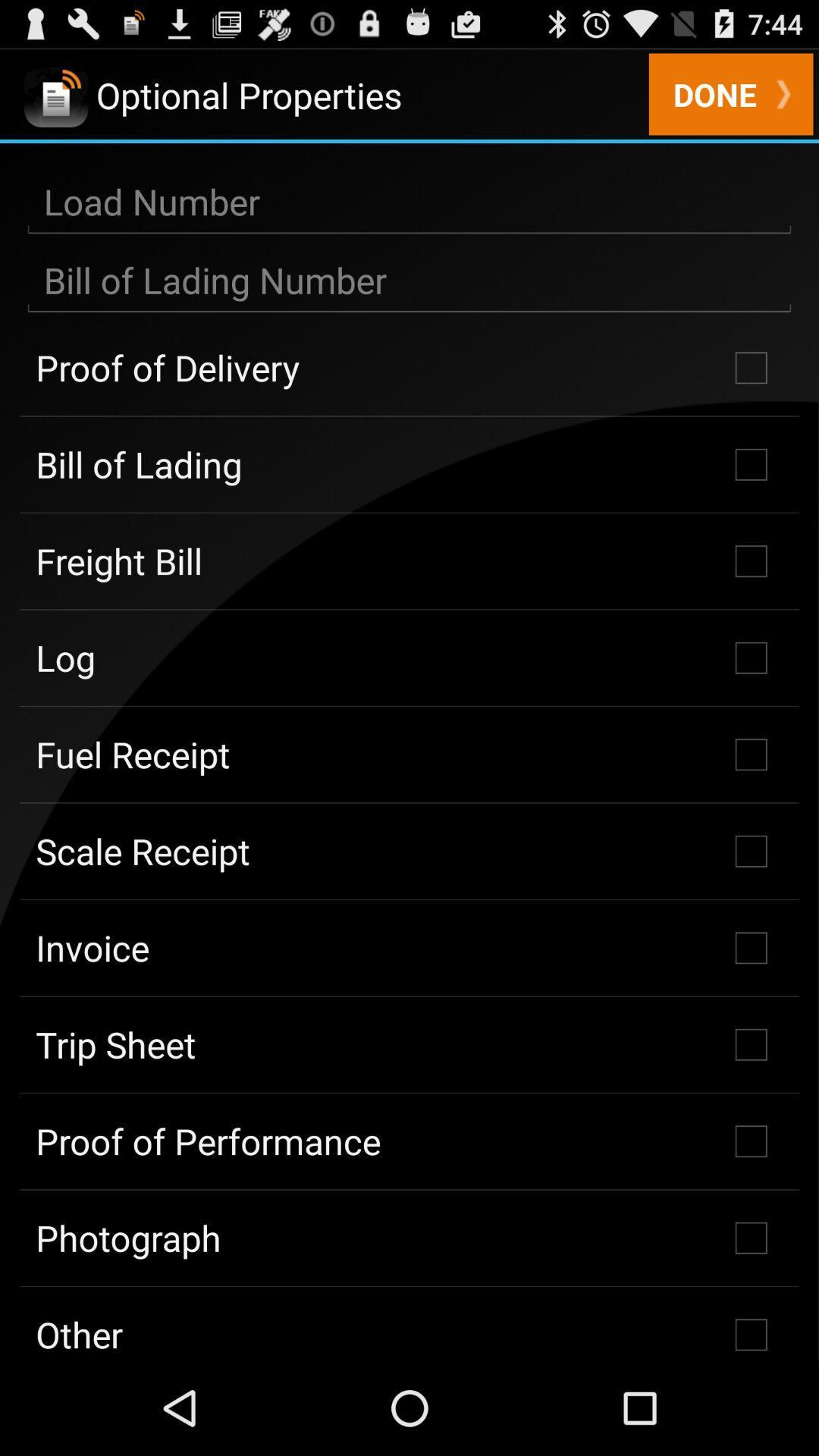 The height and width of the screenshot is (1456, 819). What do you see at coordinates (409, 560) in the screenshot?
I see `freight bill checkbox` at bounding box center [409, 560].